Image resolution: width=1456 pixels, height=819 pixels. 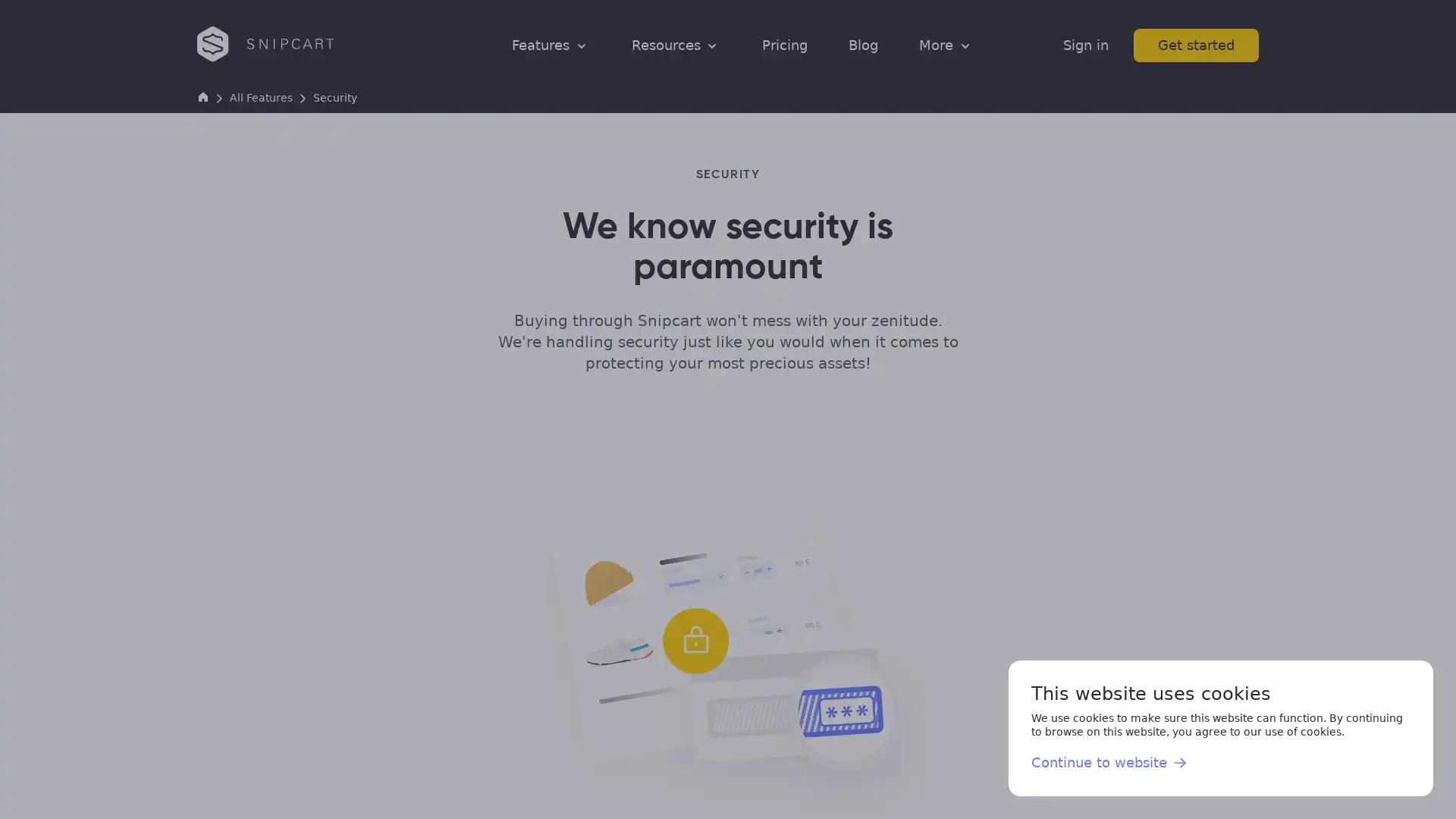 I want to click on Continue to website, so click(x=1109, y=763).